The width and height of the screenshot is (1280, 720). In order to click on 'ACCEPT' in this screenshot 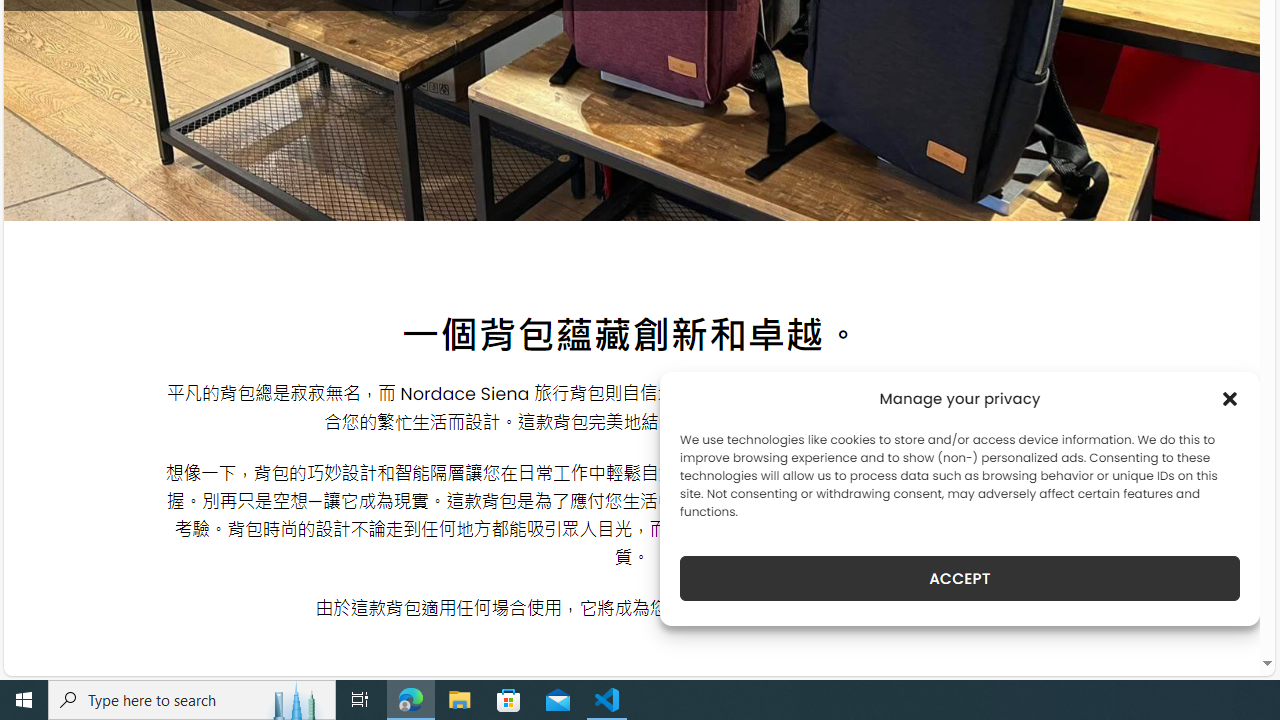, I will do `click(960, 578)`.